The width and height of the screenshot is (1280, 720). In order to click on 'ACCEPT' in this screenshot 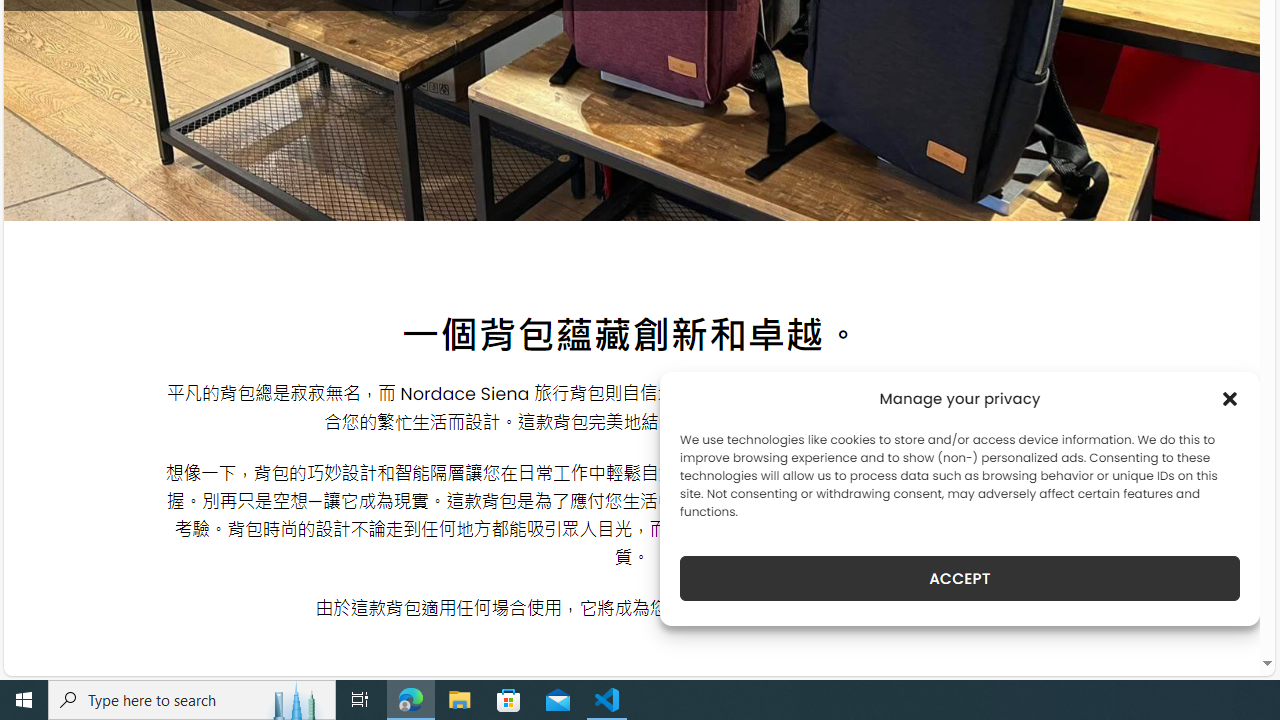, I will do `click(960, 578)`.